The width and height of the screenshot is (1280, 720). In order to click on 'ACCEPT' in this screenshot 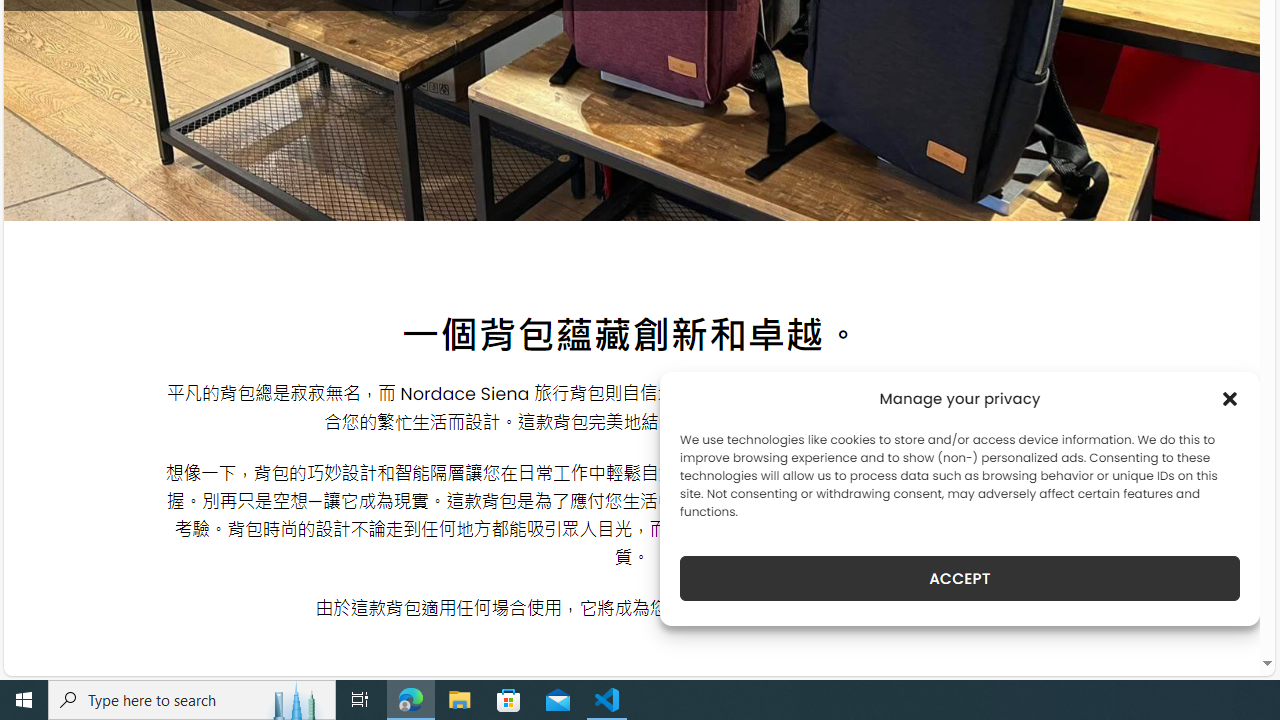, I will do `click(960, 578)`.